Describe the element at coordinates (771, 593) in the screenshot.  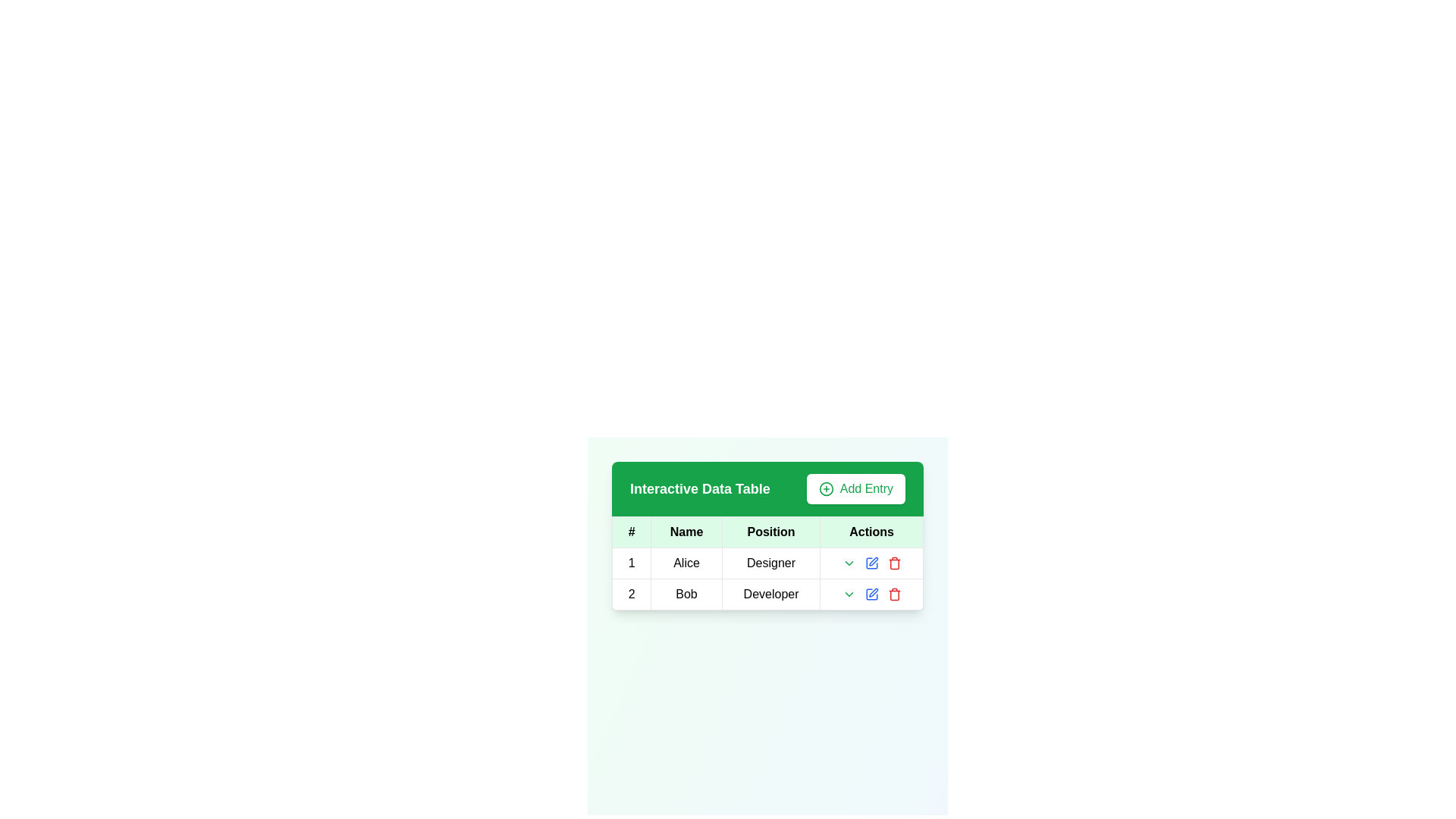
I see `the table cell that displays the job title of 'Bob' in the second row under the 'Position' column` at that location.